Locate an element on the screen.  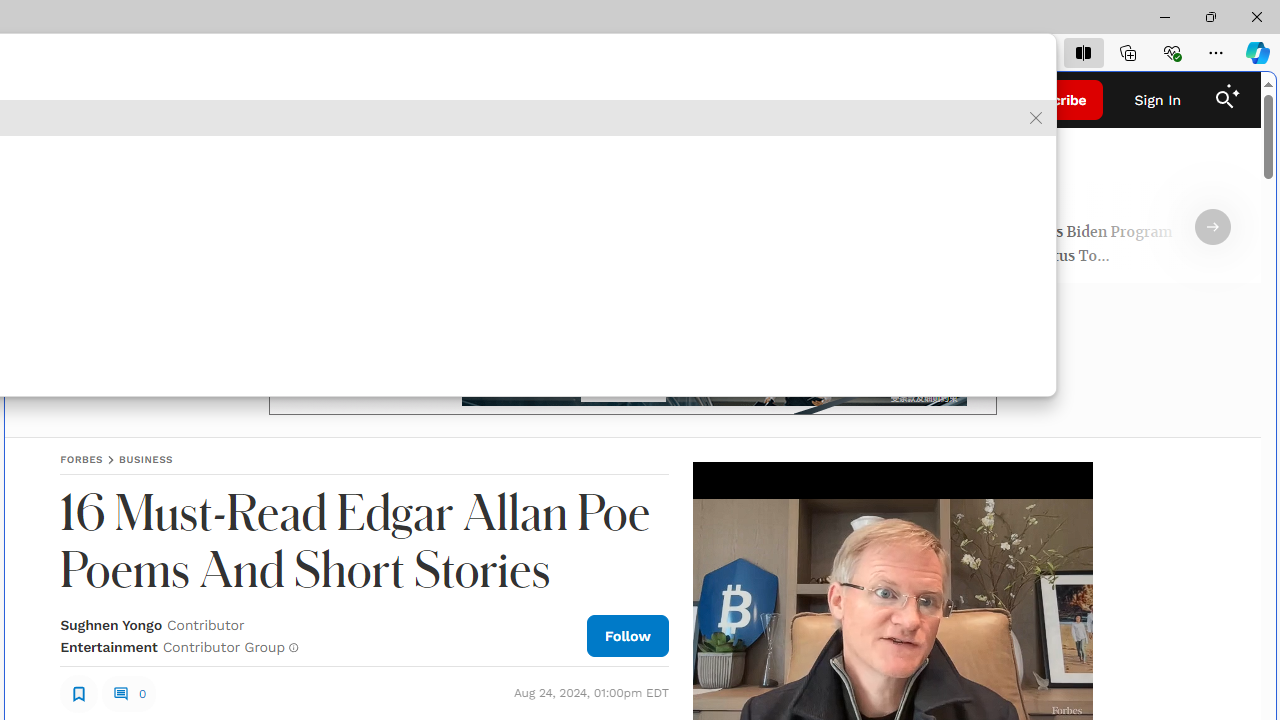
'Subscribe' is located at coordinates (1052, 100).